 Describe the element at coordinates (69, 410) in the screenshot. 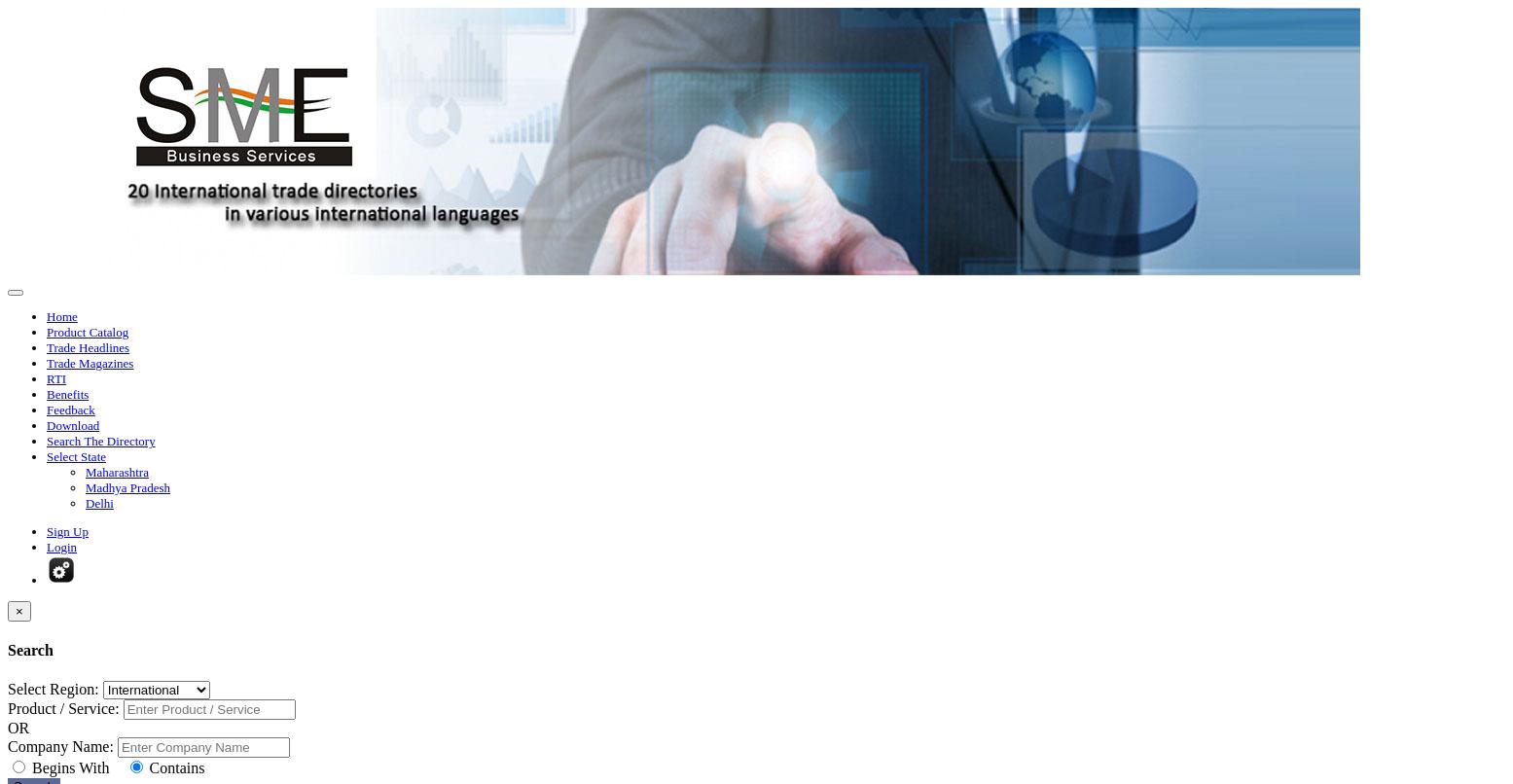

I see `'Feedback'` at that location.